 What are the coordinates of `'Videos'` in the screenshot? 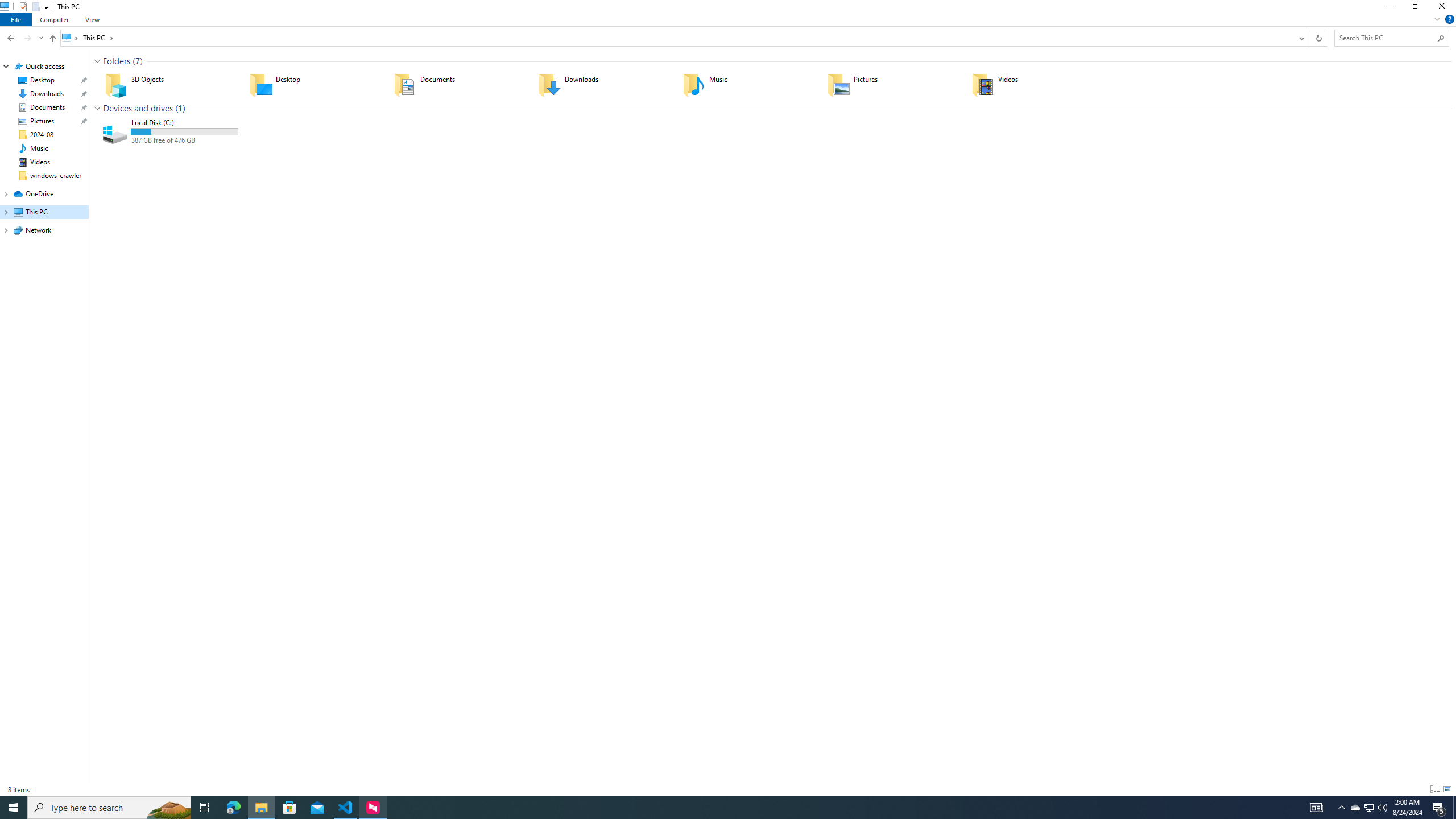 It's located at (1036, 85).